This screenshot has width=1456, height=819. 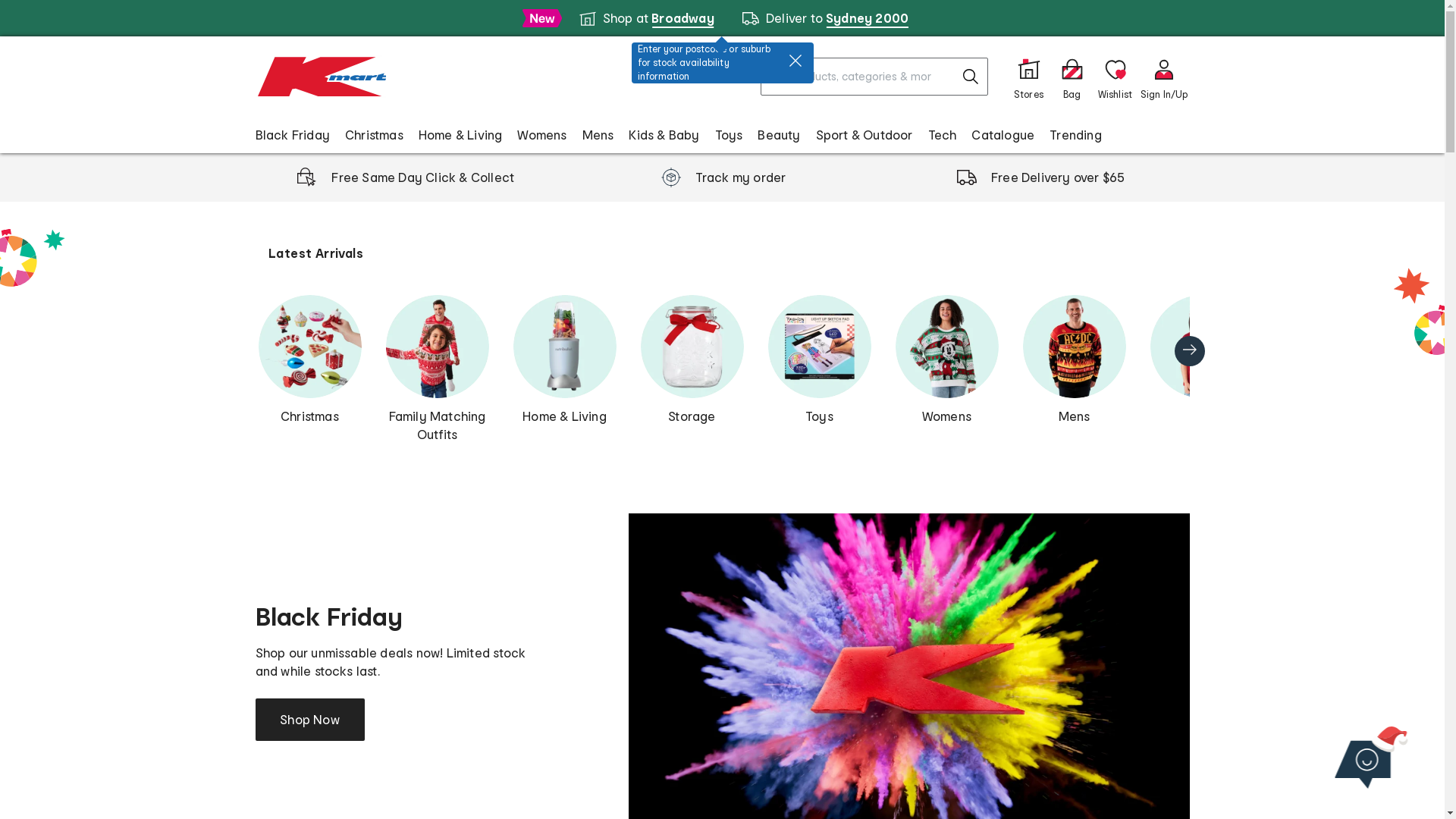 I want to click on 'Stores', so click(x=1028, y=76).